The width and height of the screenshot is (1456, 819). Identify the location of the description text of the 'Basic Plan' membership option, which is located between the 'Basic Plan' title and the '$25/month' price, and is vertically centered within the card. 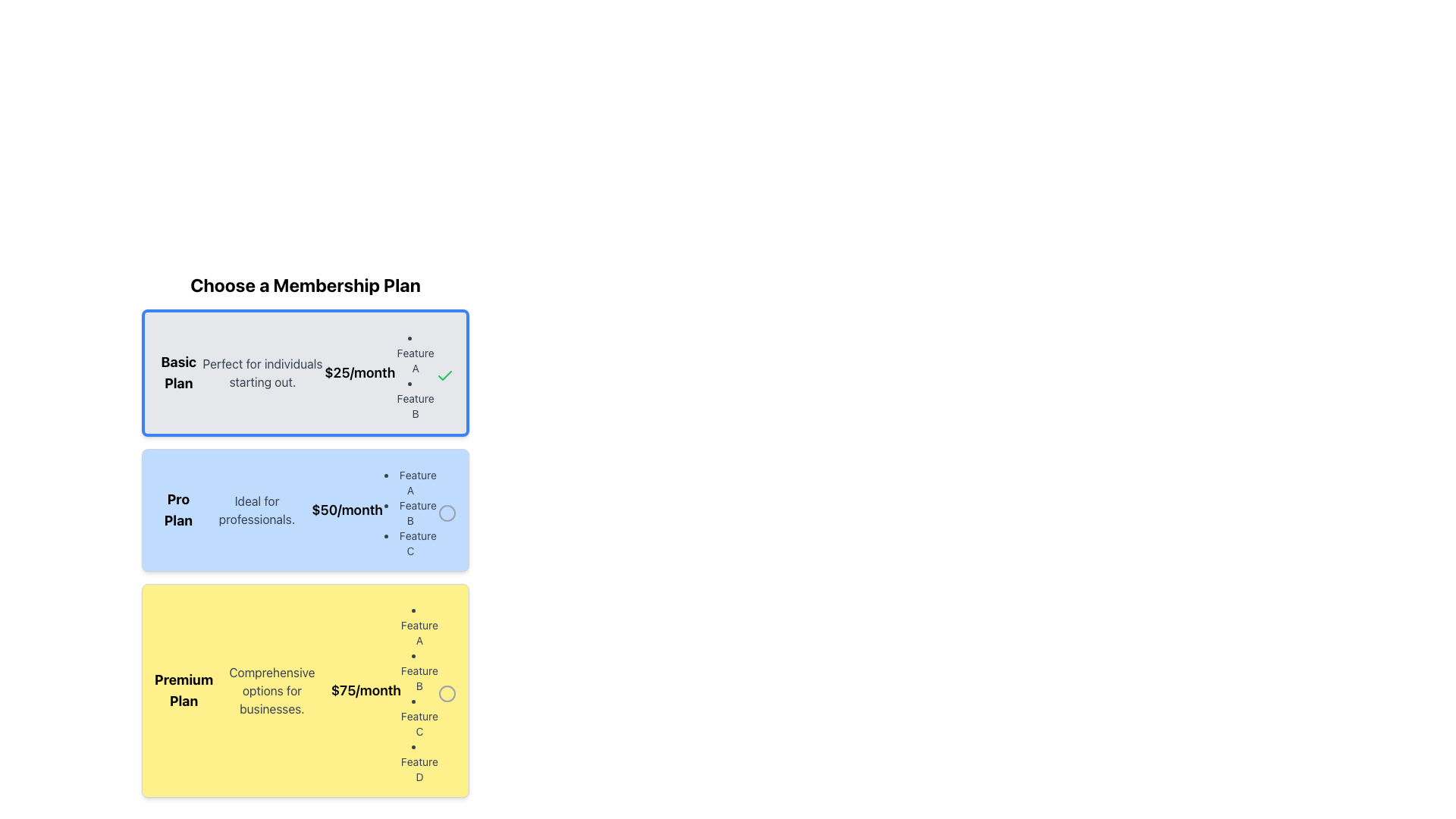
(262, 373).